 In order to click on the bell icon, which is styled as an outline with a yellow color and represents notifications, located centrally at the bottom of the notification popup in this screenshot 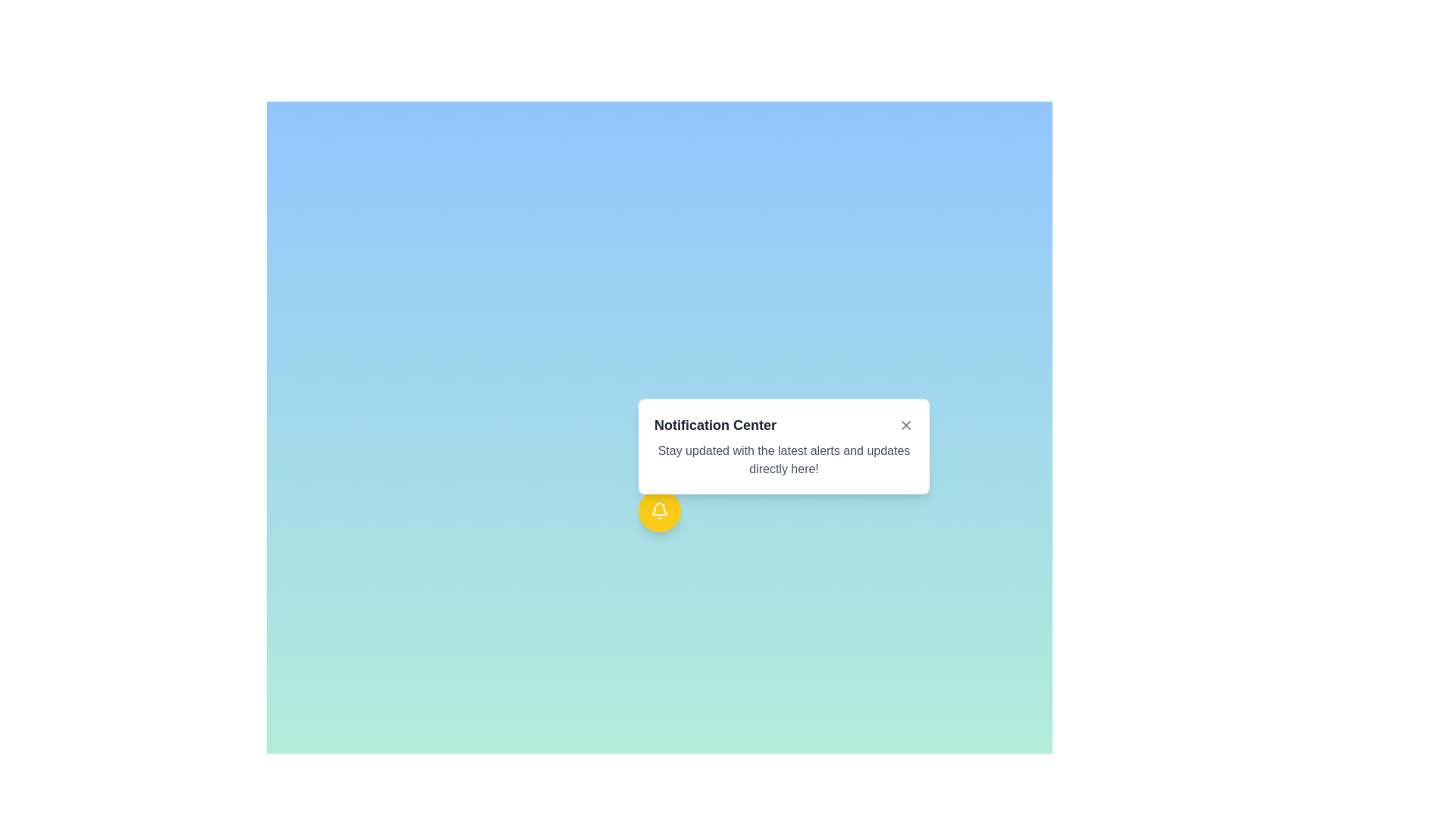, I will do `click(659, 509)`.